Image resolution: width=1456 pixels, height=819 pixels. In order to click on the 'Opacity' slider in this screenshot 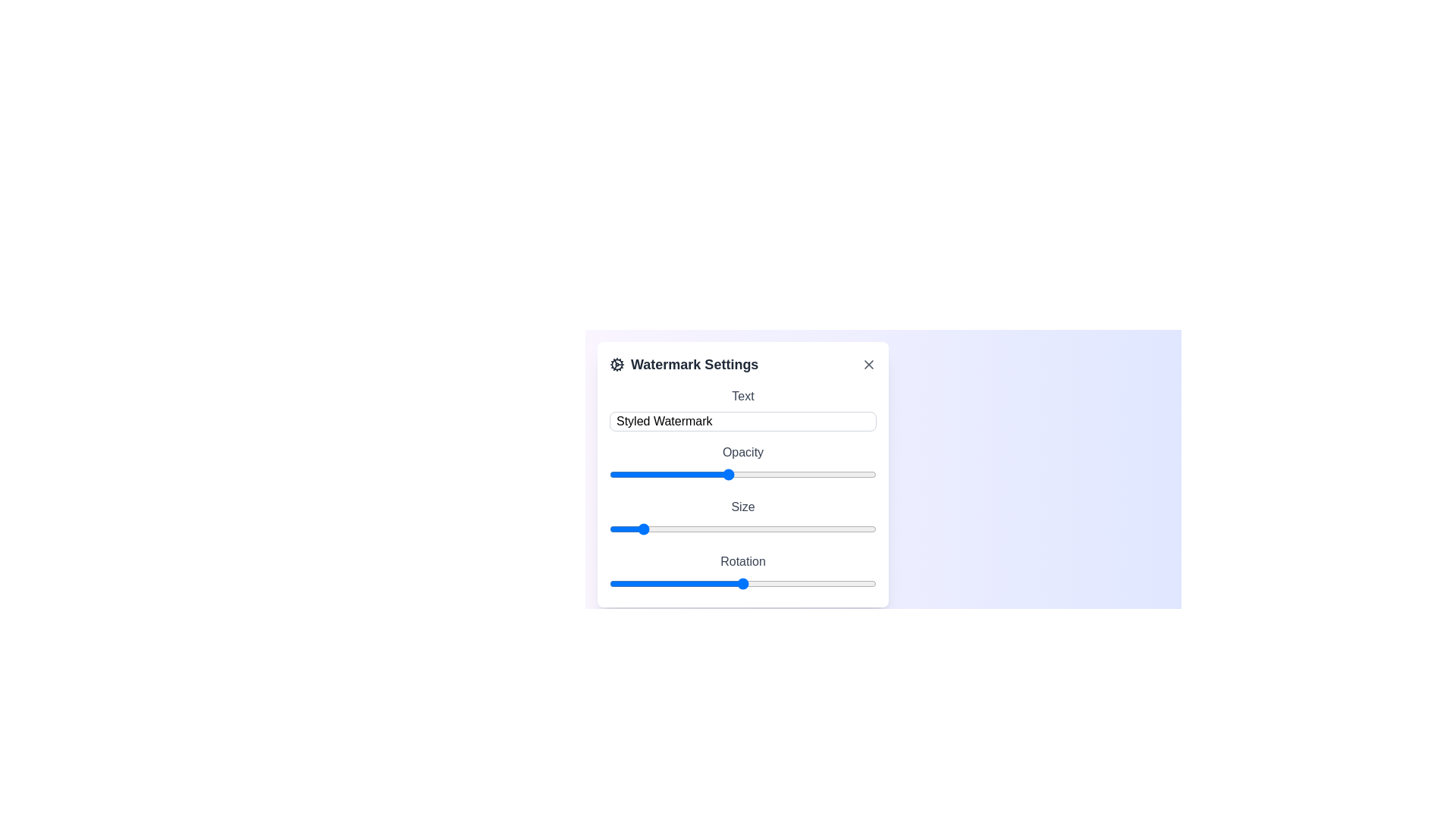, I will do `click(579, 473)`.